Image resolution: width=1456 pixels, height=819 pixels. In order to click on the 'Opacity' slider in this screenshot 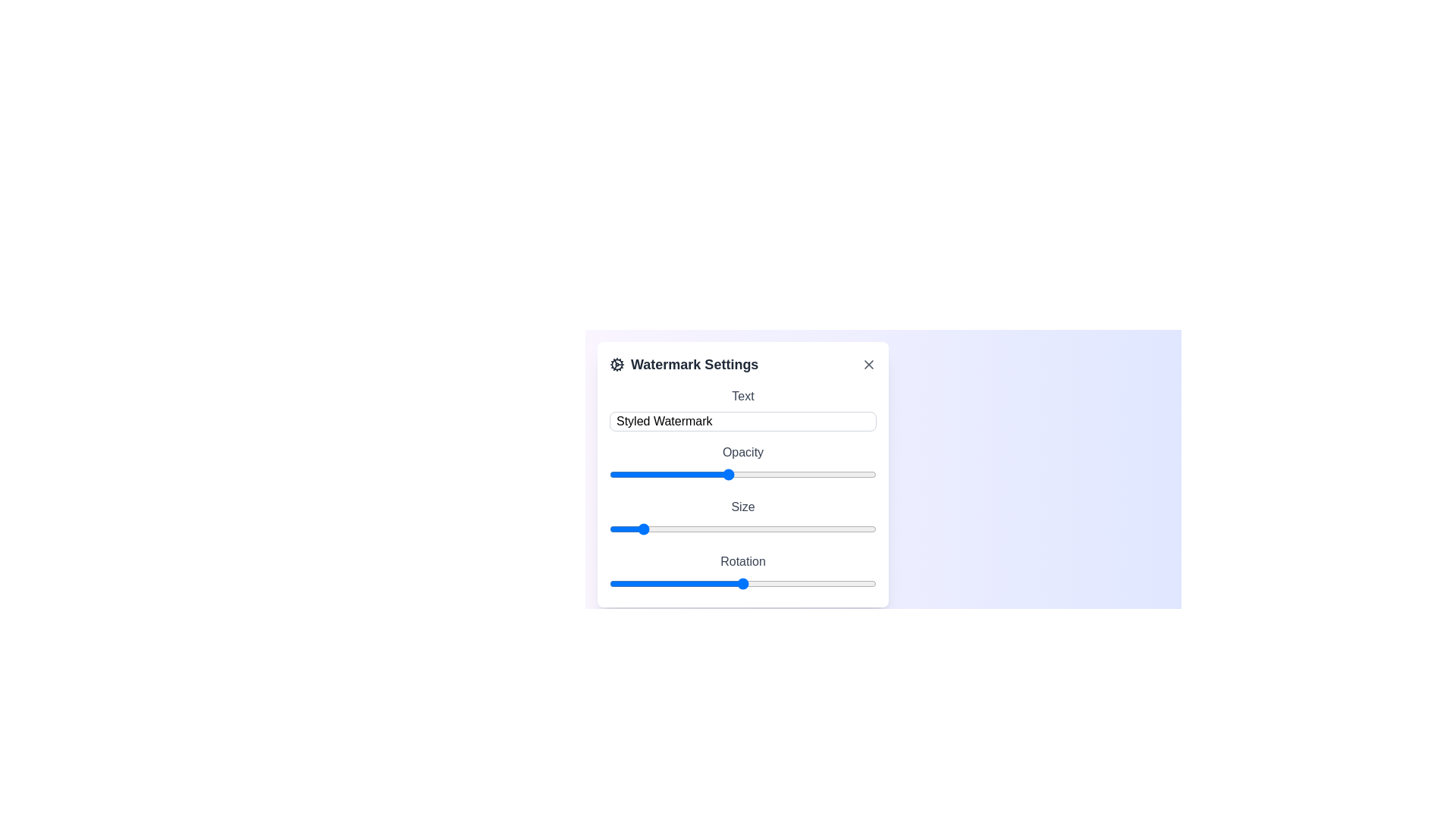, I will do `click(579, 473)`.